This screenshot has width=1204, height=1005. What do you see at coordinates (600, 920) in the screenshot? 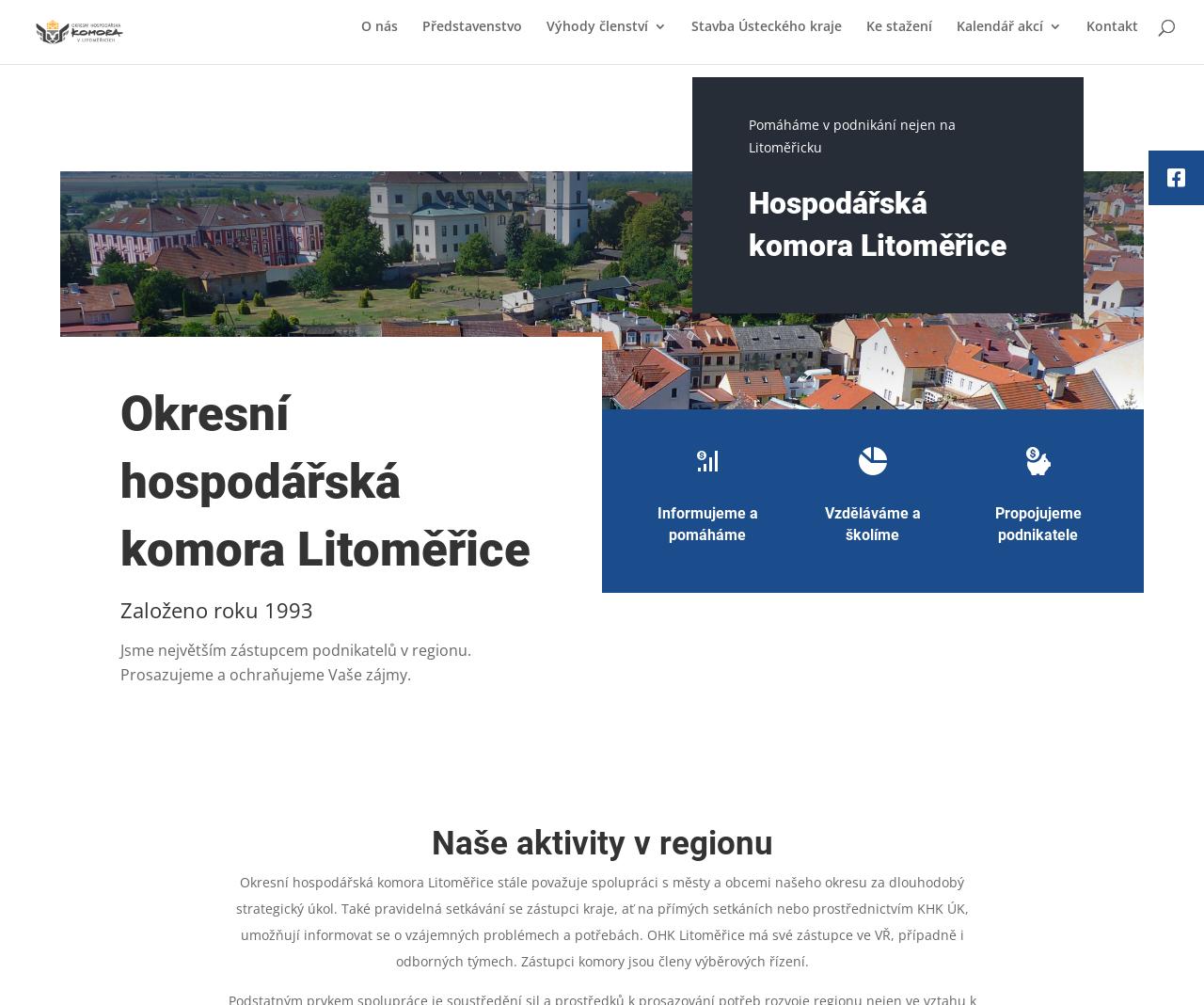
I see `'Okresní hospodářská komora Litoměřice stále považuje spolupráci s městy a obcemi našeho okresu za dlouhodobý strategický úkol. Také pravidelná setkávání se zástupci kraje, ať na přímých setkáních nebo prostřednictvím KHK ÚK, umožňují informovat se o vzájemných problémech a potřebách. OHK Litoměřice má své zástupce ve VŘ, případně i odborných týmech. Zástupci komory jsou členy výběrových řízení.'` at bounding box center [600, 920].